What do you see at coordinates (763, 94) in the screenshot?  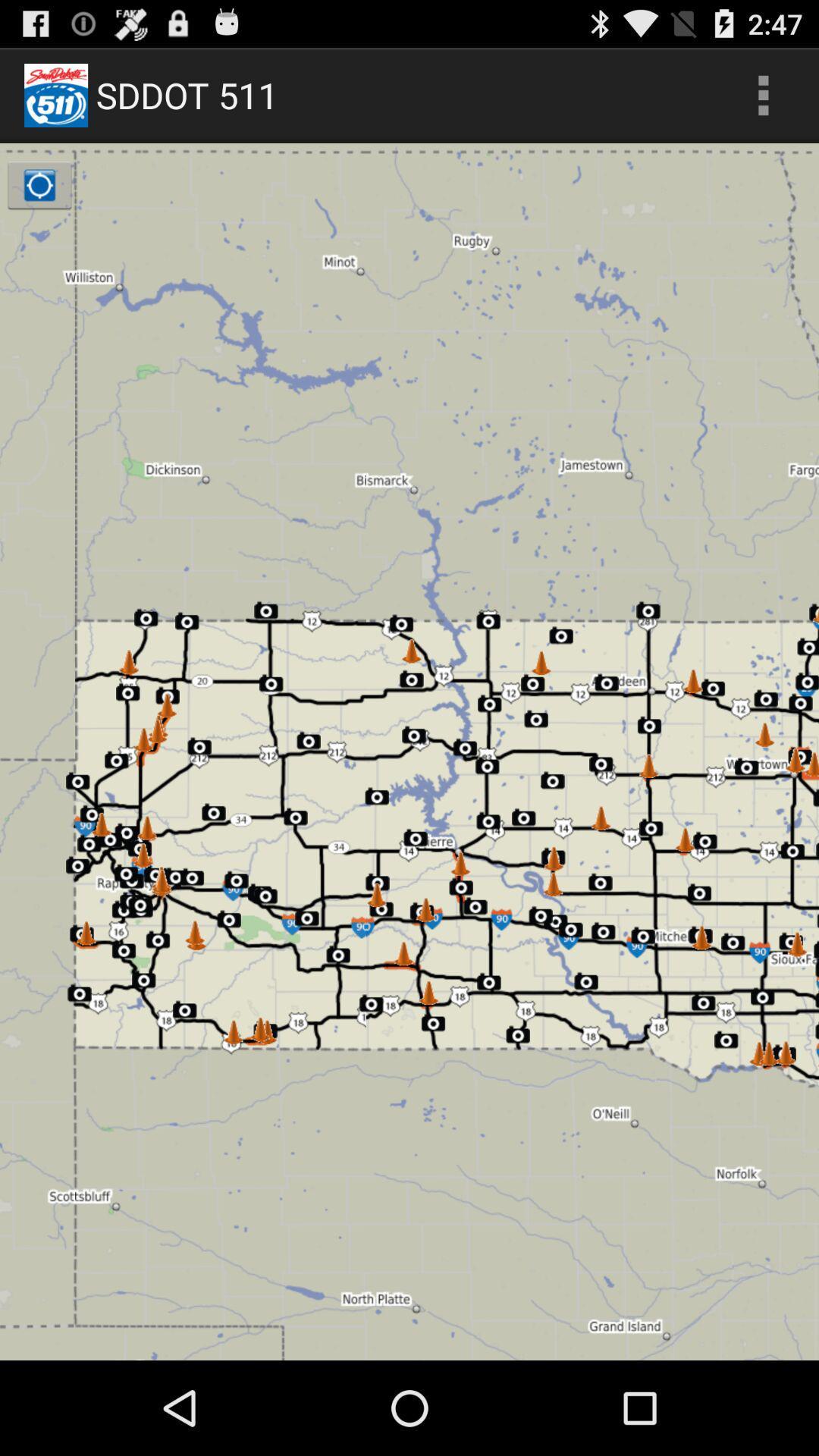 I see `the item to the right of the sddot 511` at bounding box center [763, 94].